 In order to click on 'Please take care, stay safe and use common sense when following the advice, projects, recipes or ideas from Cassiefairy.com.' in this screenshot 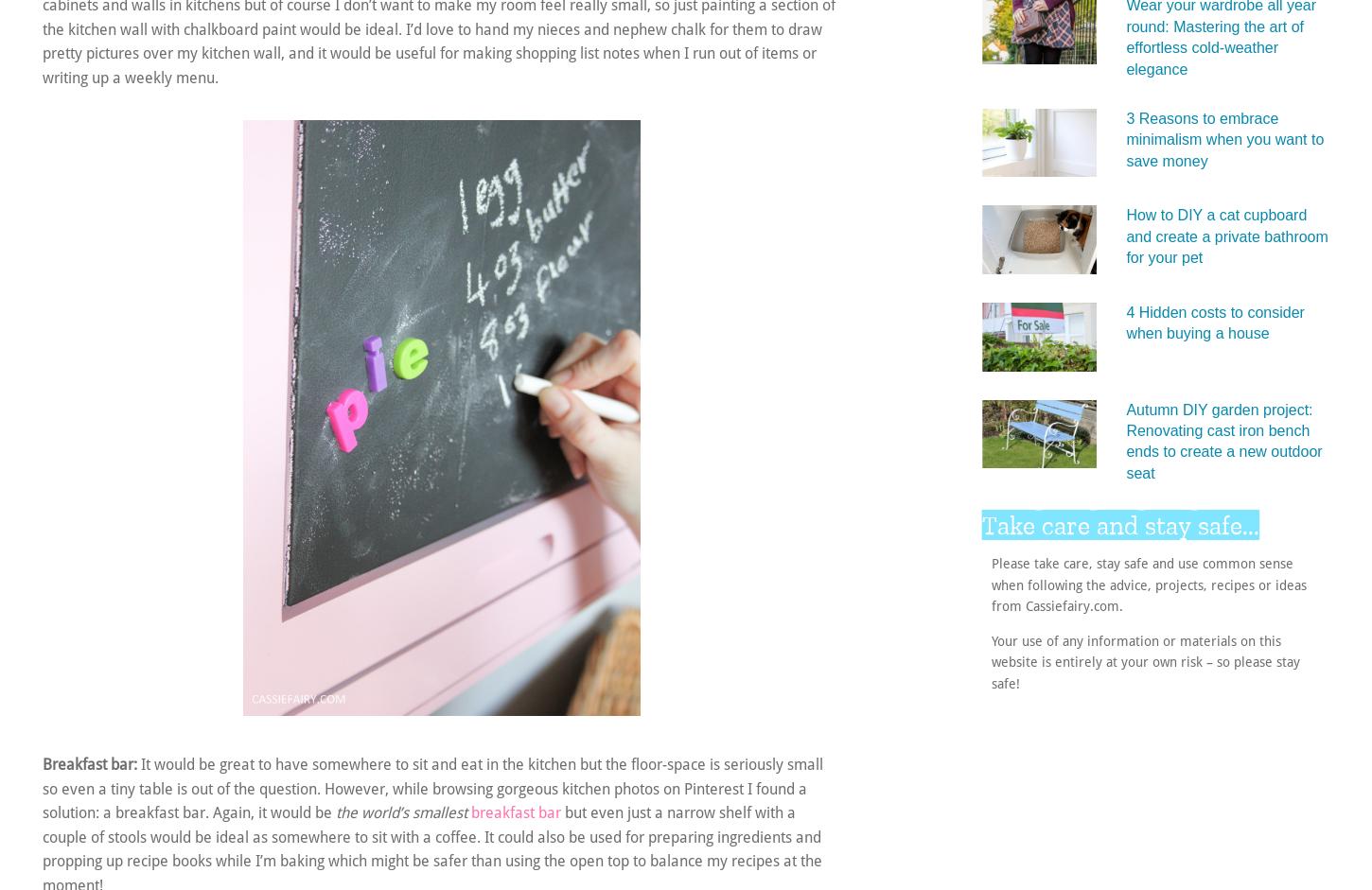, I will do `click(992, 584)`.